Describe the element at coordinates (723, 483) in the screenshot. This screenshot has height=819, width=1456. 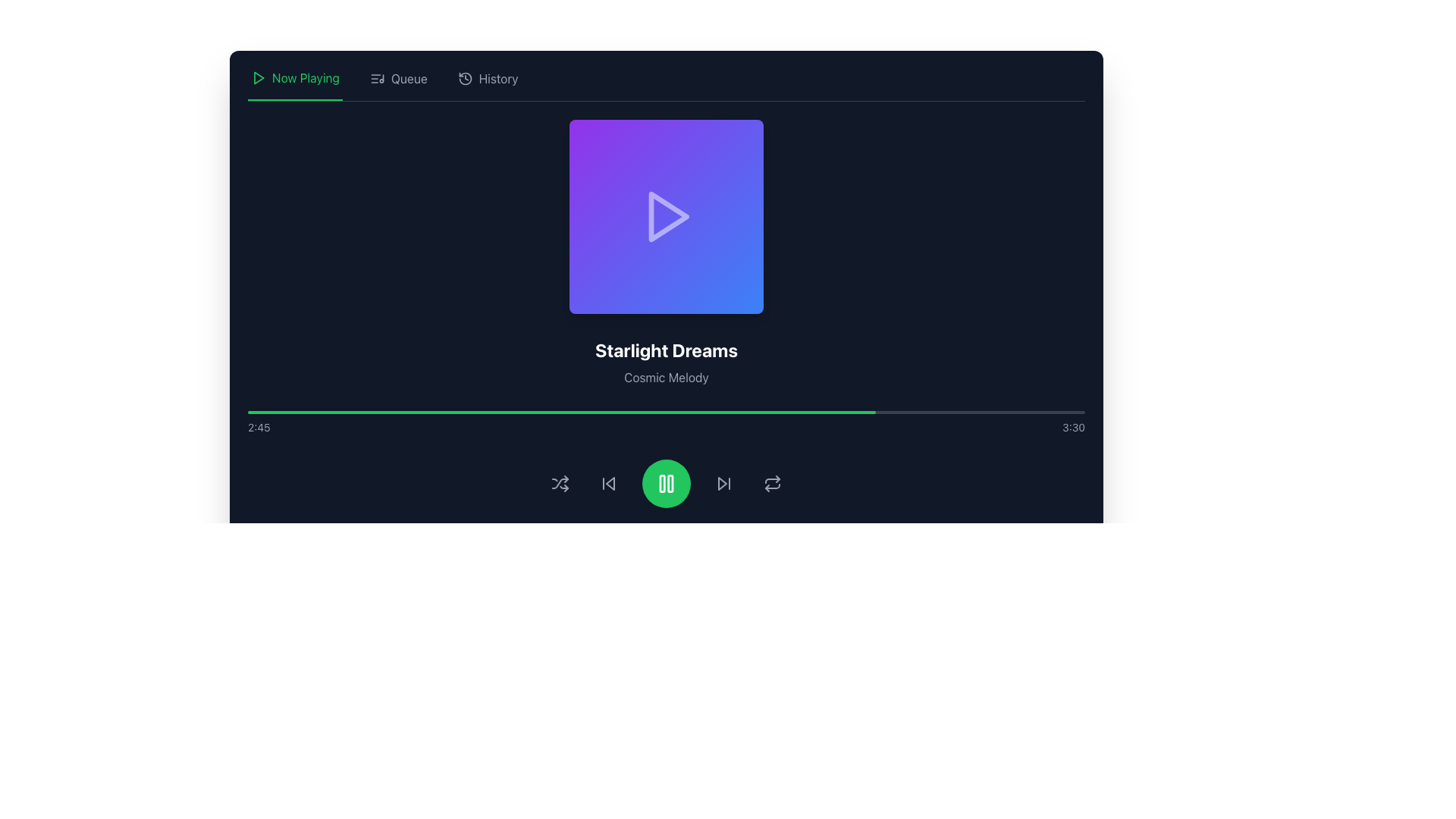
I see `the fourth button from the left in the control button set at the bottom center of the interface to skip to the next track` at that location.